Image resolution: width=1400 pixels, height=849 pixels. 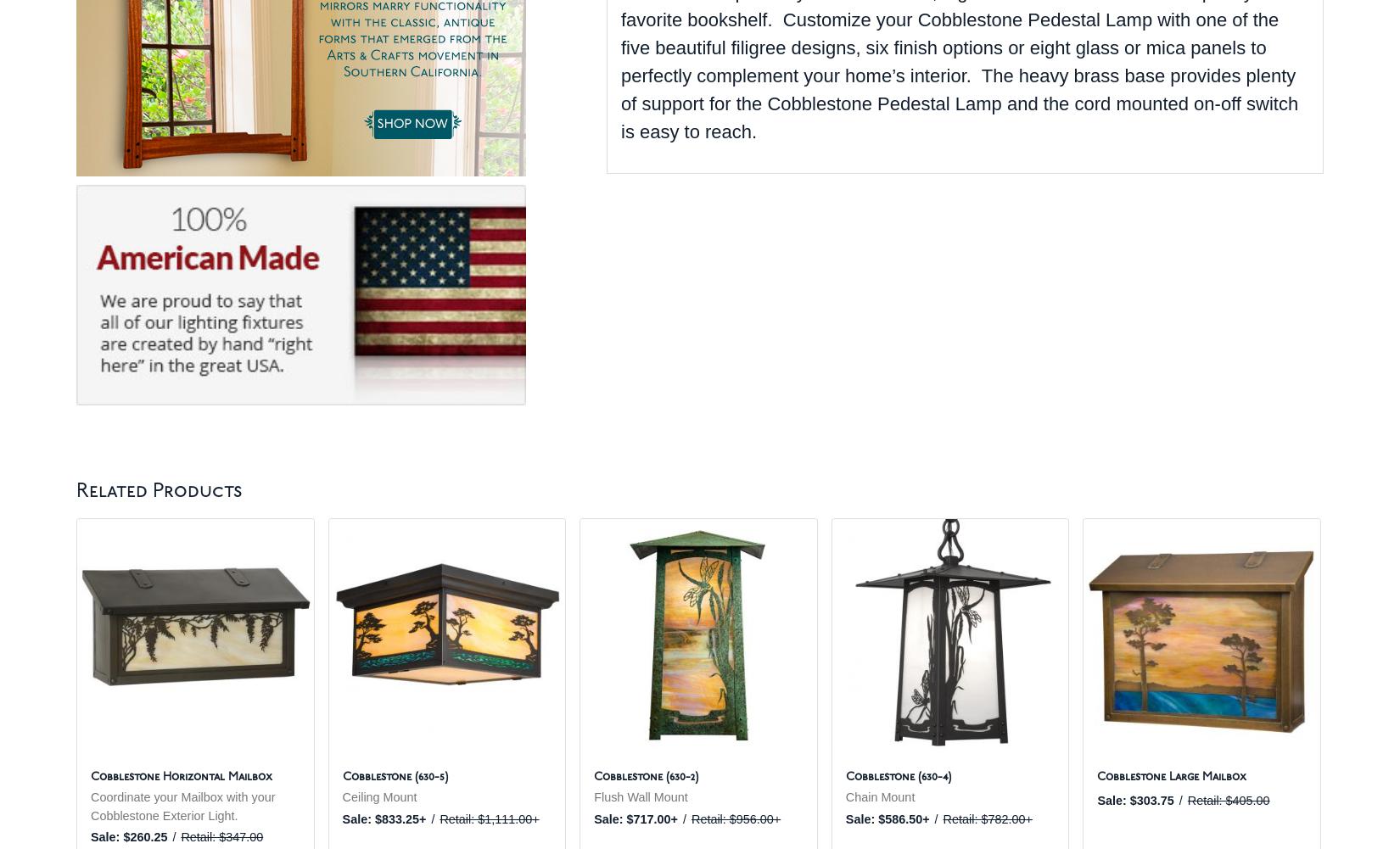 I want to click on 'Retail: $782.00+', so click(x=987, y=817).